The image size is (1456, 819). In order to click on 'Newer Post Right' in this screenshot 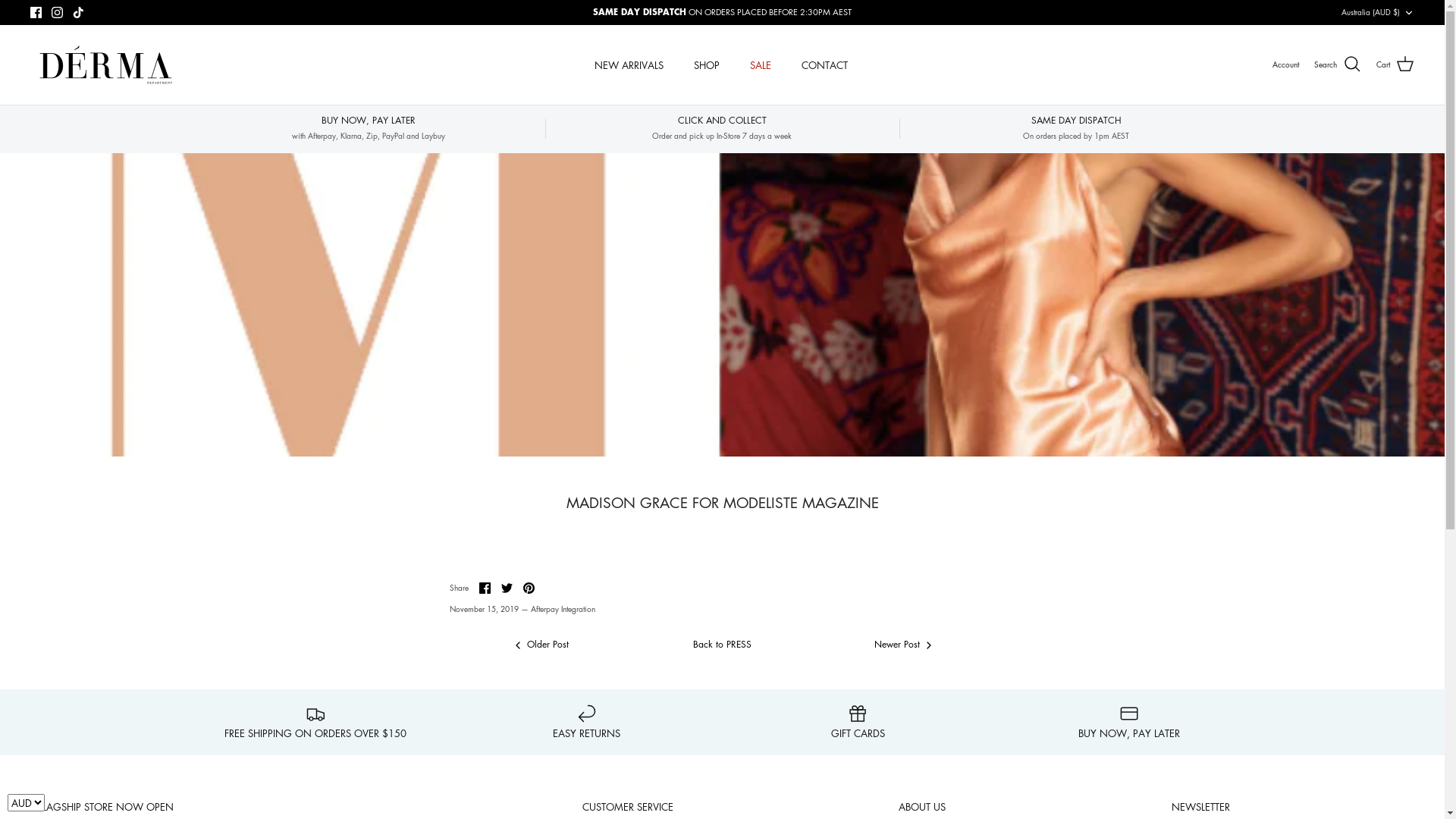, I will do `click(903, 644)`.